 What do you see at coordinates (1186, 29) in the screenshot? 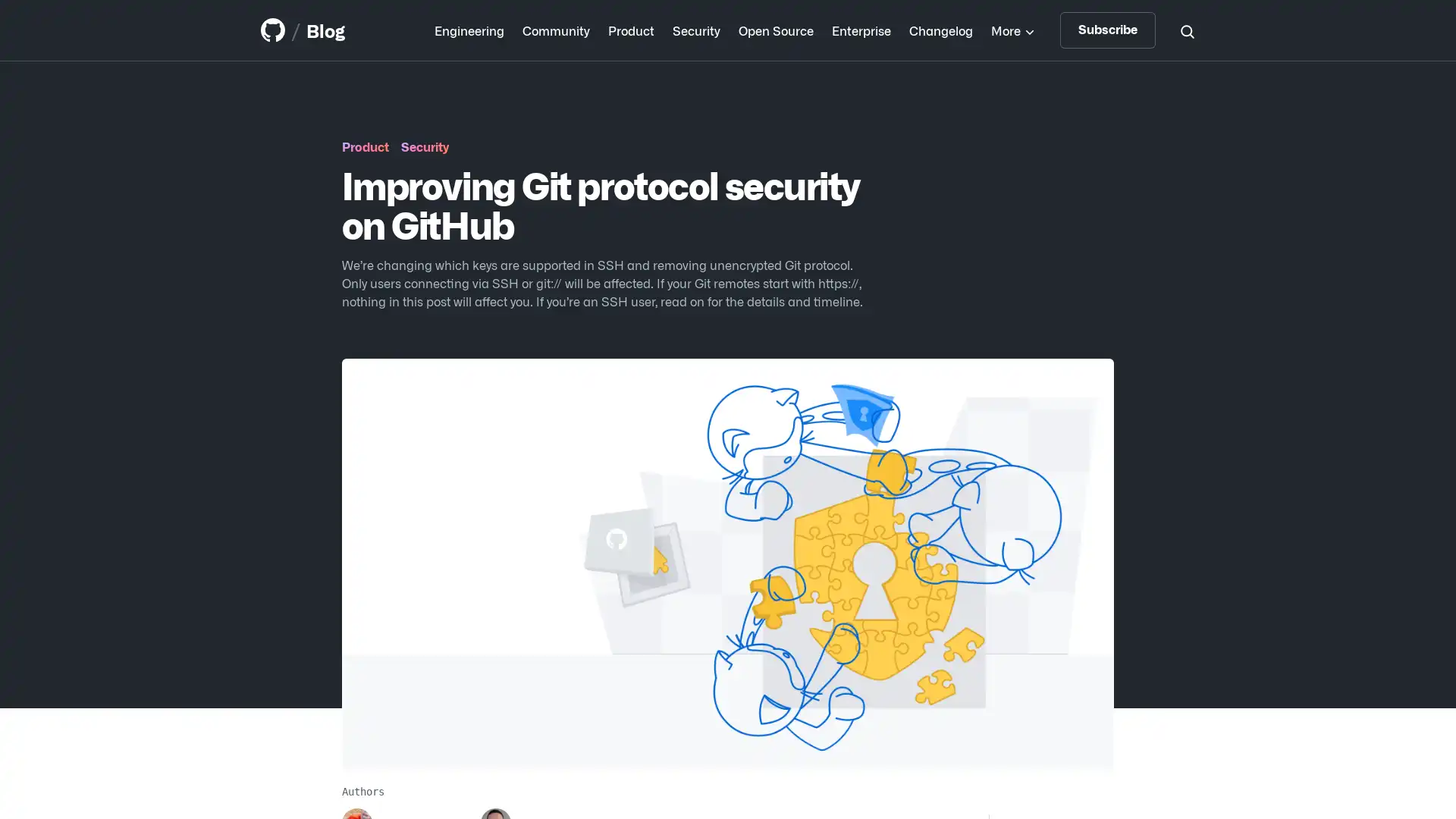
I see `Search toggle` at bounding box center [1186, 29].